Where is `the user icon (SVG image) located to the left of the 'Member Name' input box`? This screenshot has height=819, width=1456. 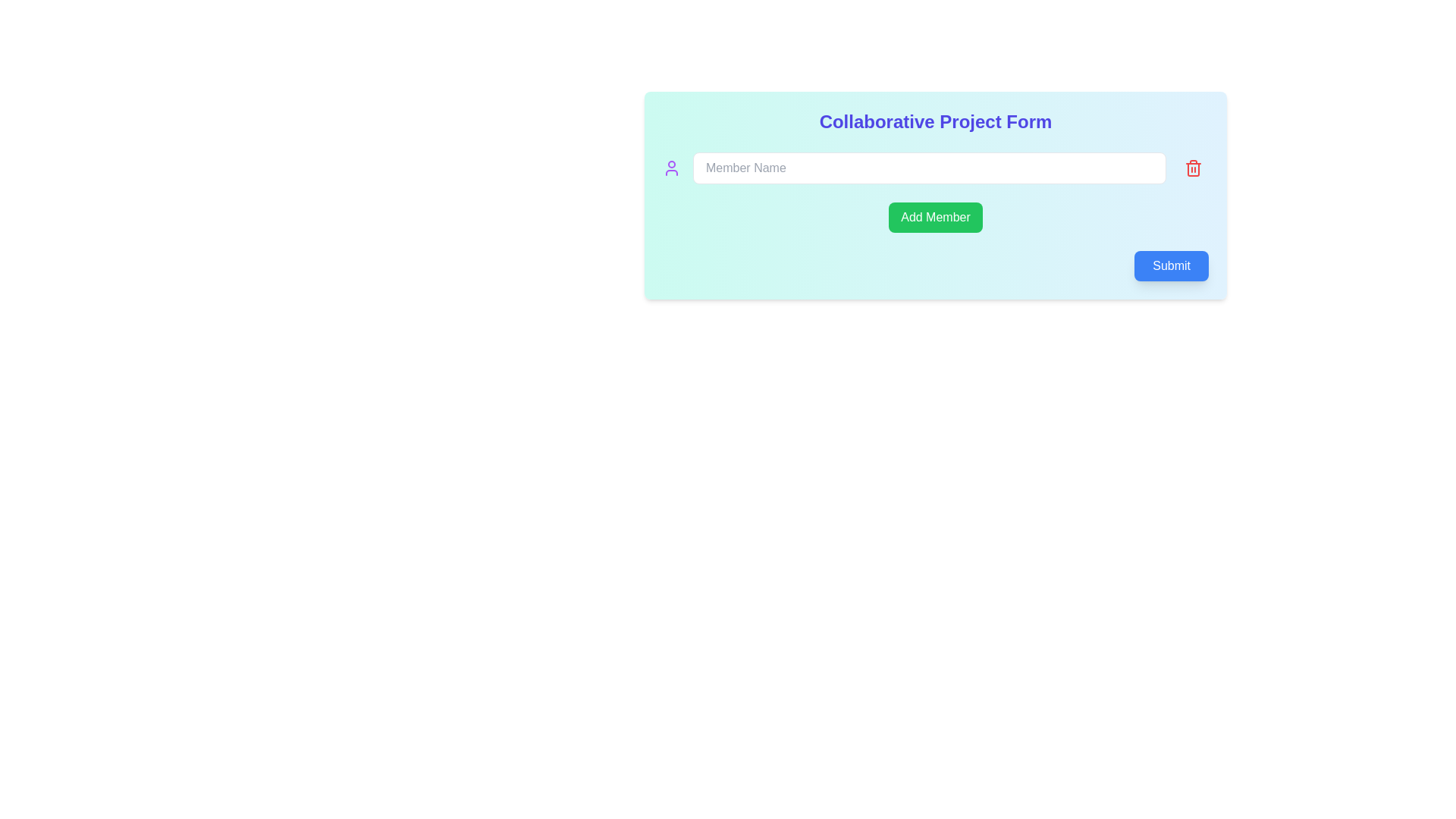 the user icon (SVG image) located to the left of the 'Member Name' input box is located at coordinates (671, 168).